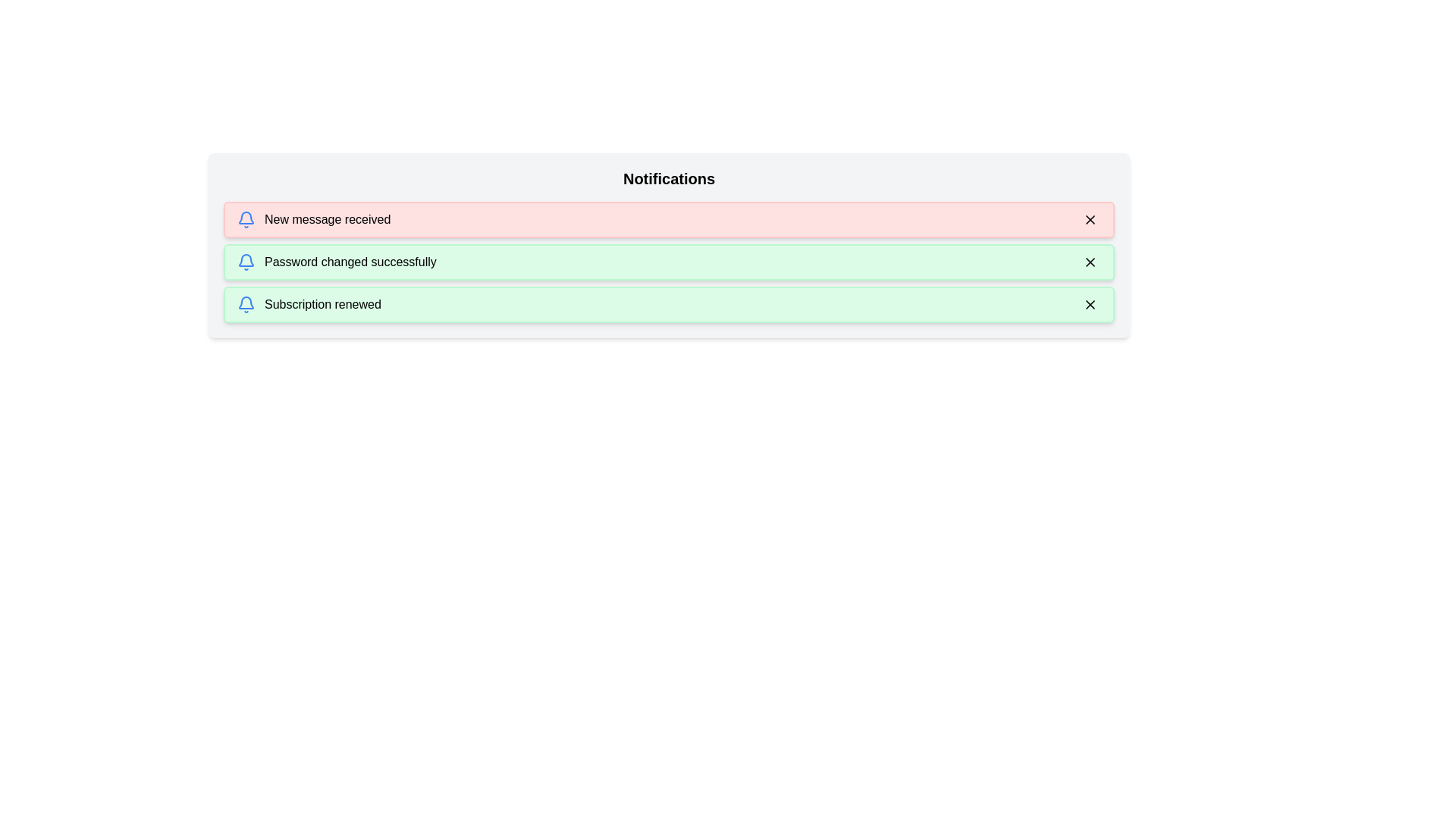  What do you see at coordinates (246, 262) in the screenshot?
I see `the notification icon located in the second row of the notification list, which represents a password update notification, for additional actions` at bounding box center [246, 262].